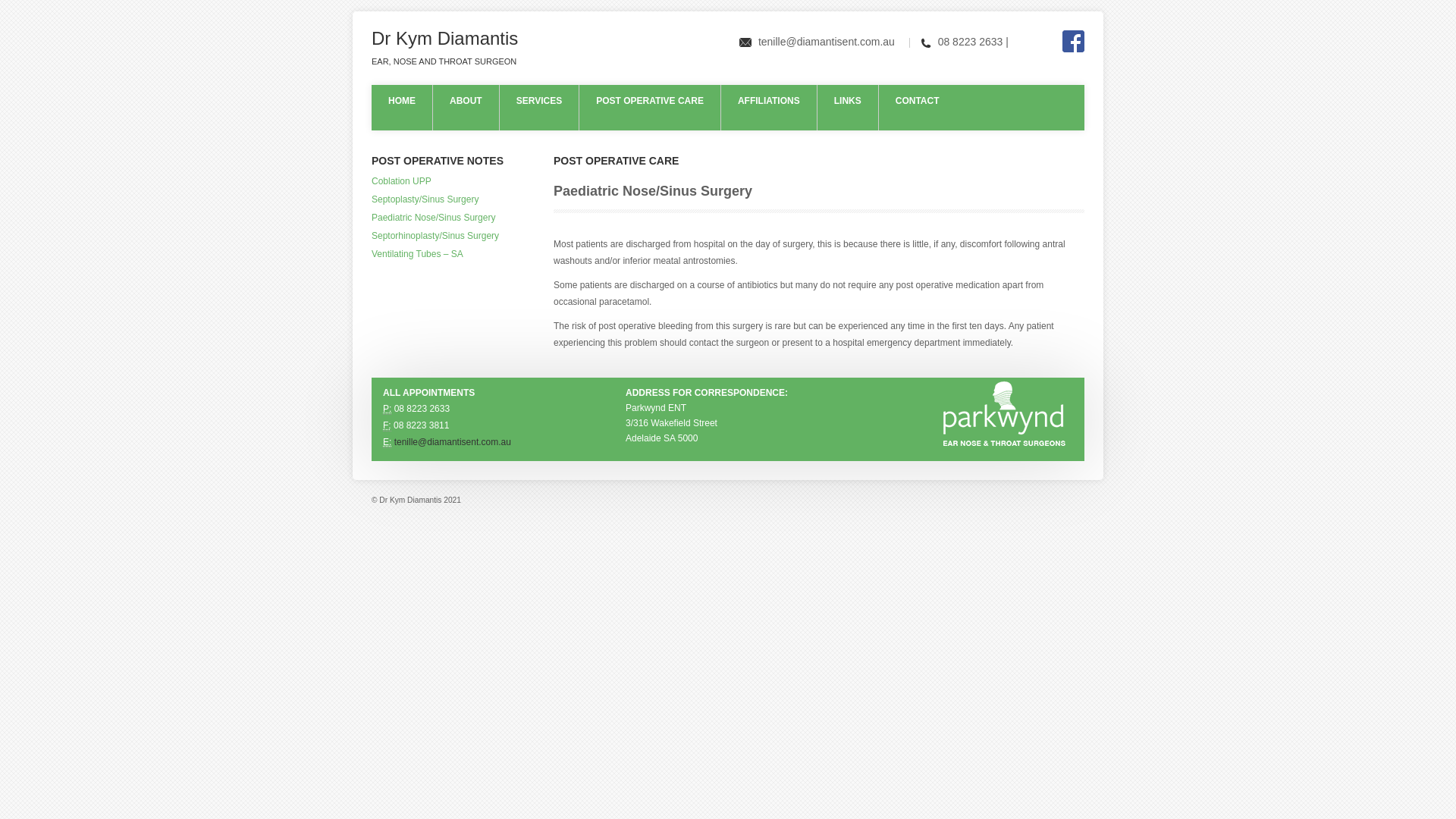  I want to click on 'Dr Kym Diamantis, so click(444, 47).